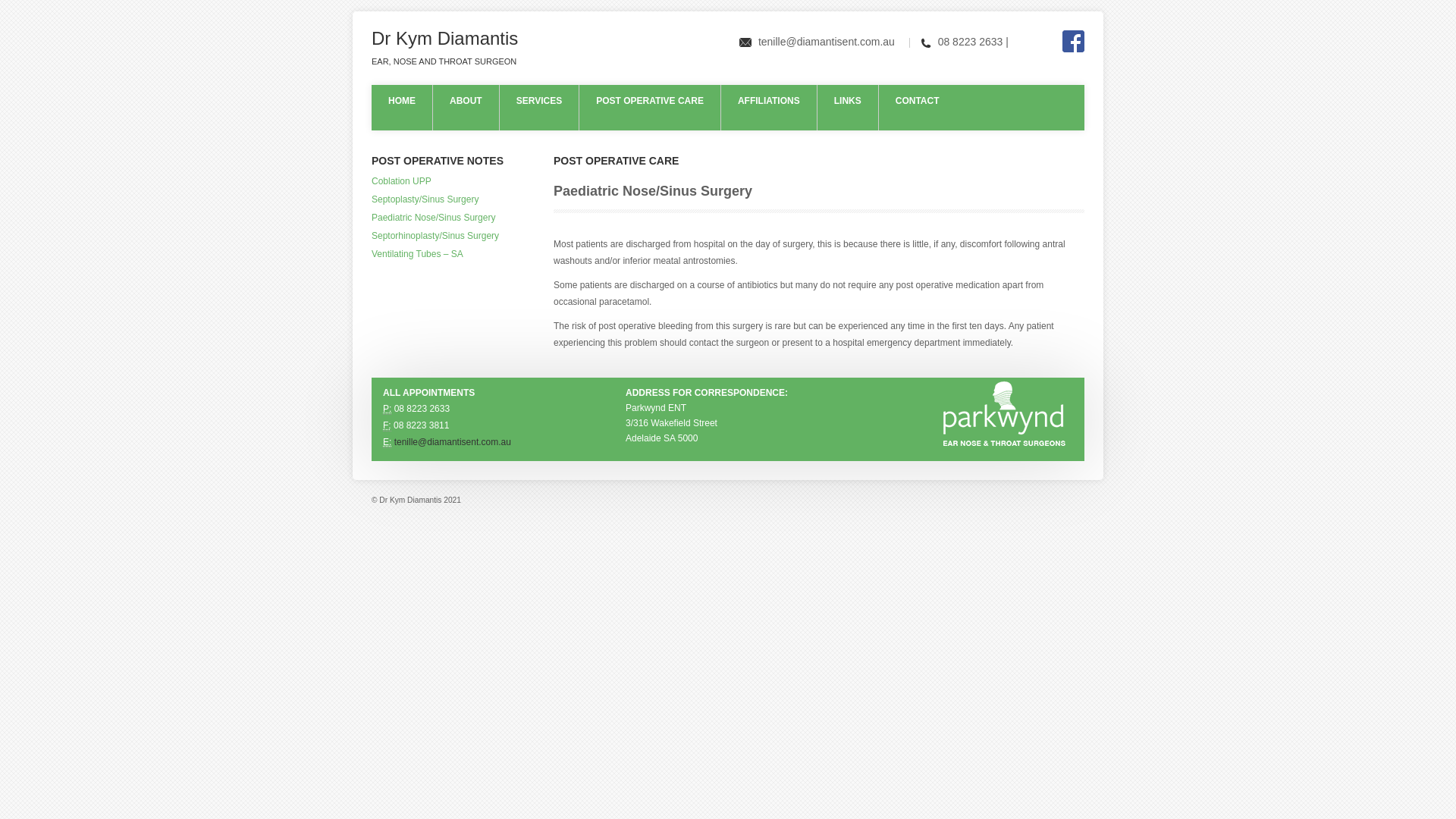  I want to click on 'Dr Kym Diamantis, so click(444, 47).